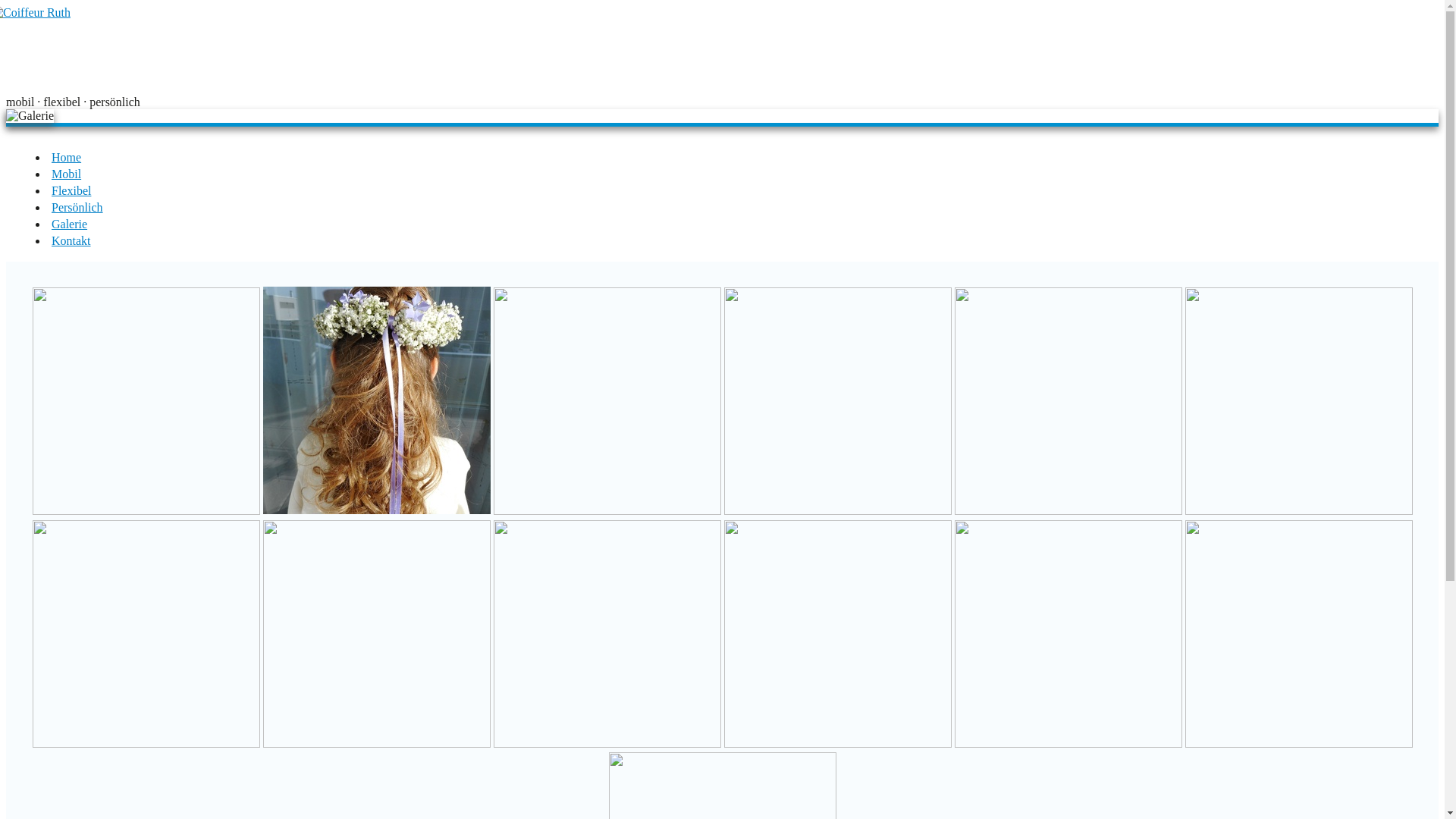 The height and width of the screenshot is (819, 1456). What do you see at coordinates (65, 173) in the screenshot?
I see `'Mobil'` at bounding box center [65, 173].